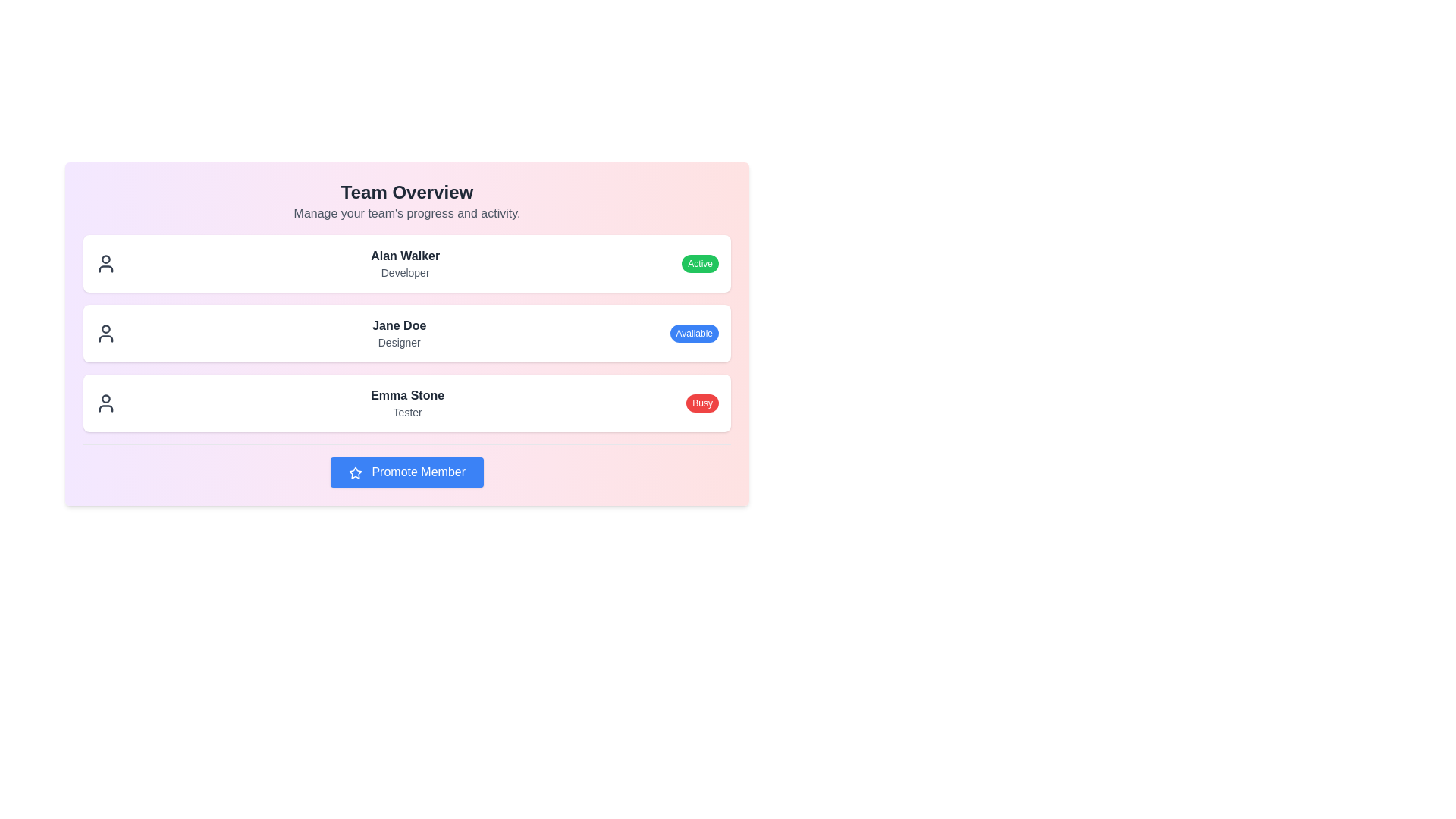 This screenshot has height=819, width=1456. I want to click on the text label that describes a team member, which is the third entry in a vertically stacked list of user cards, positioned centrally with an icon on the left and a 'Busy' tag on the right, so click(407, 403).